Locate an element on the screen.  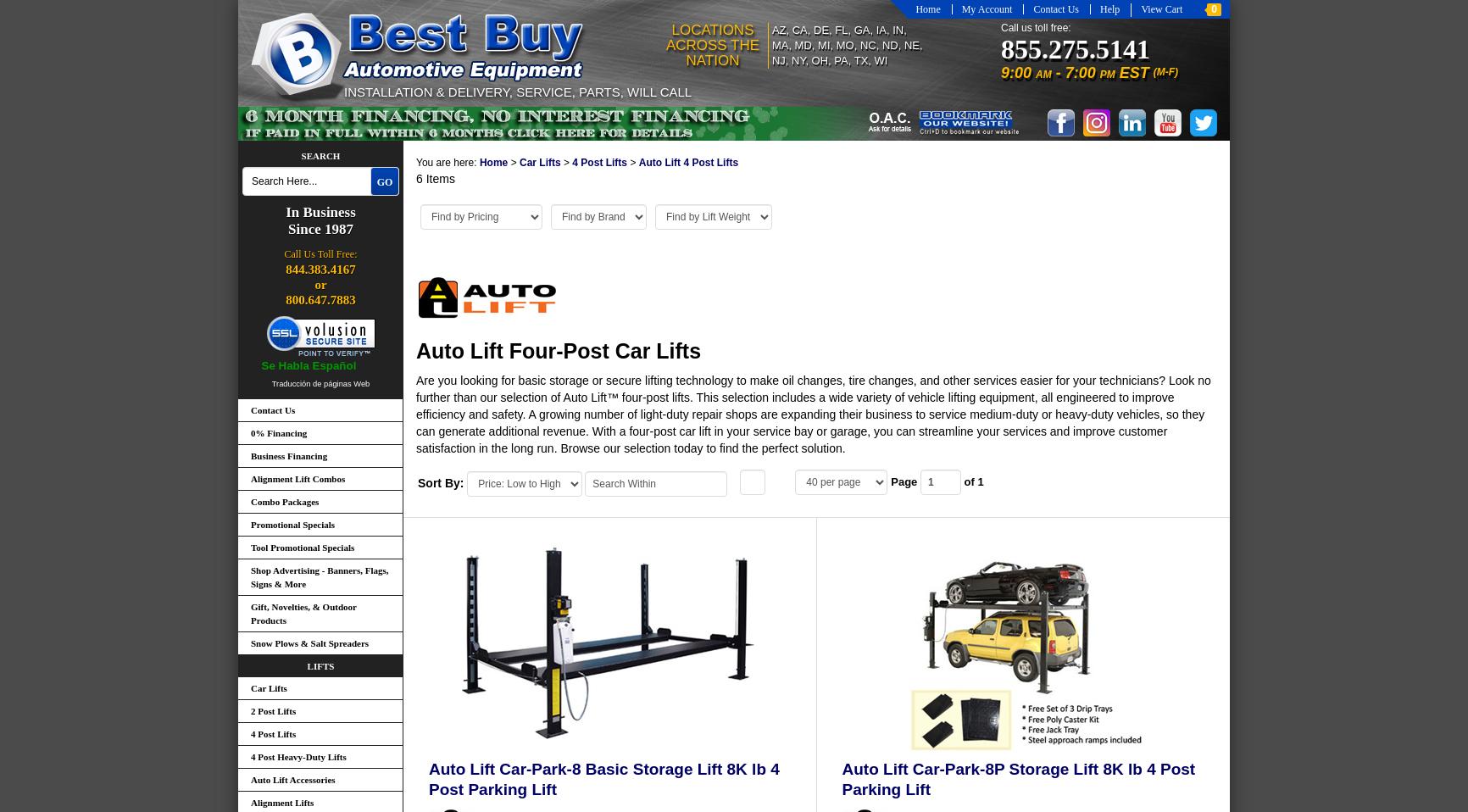
'Lifts' is located at coordinates (319, 666).